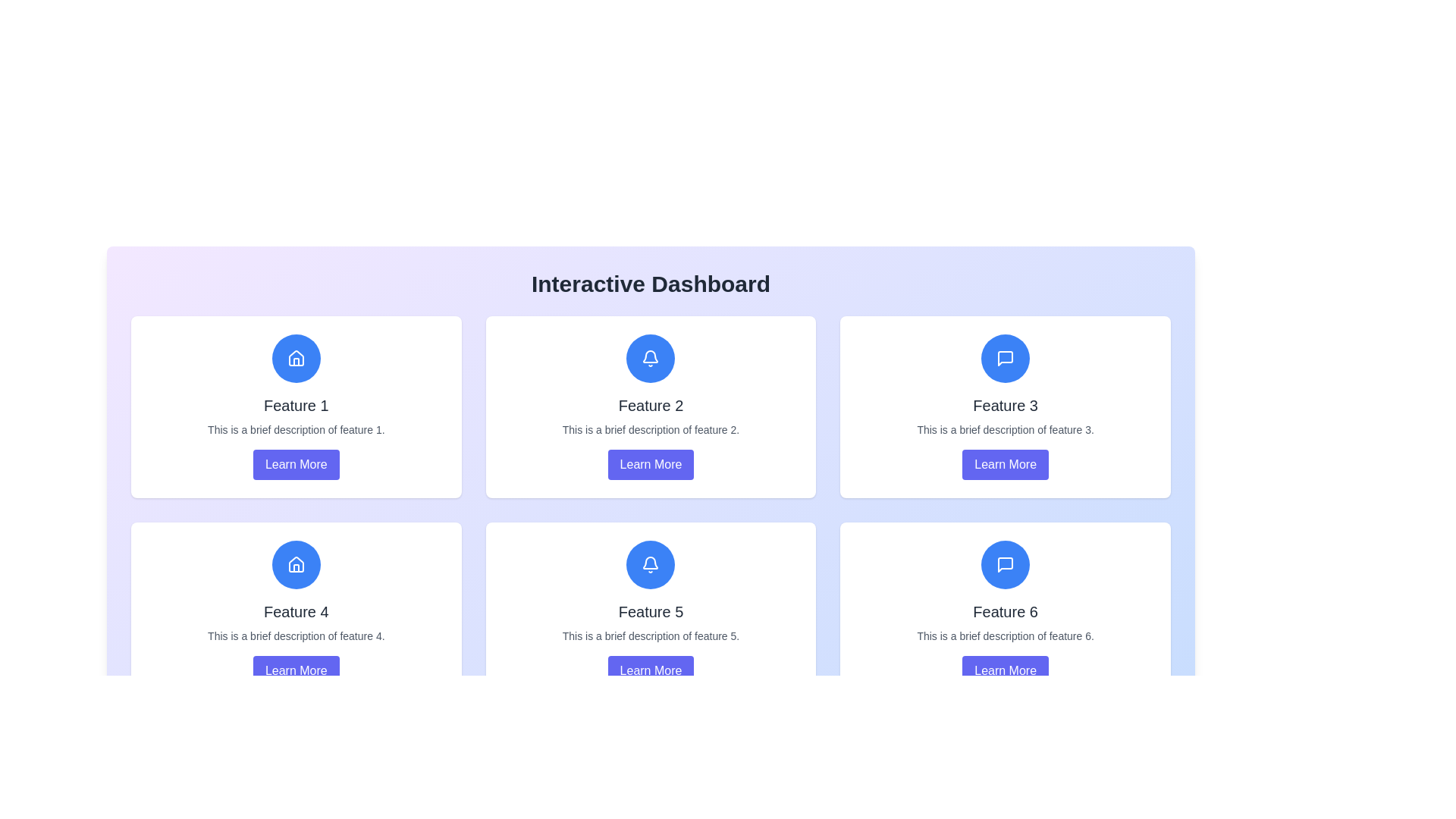  I want to click on the informational text about 'Feature 4' that is positioned below its title and above the 'Learn More' button, so click(296, 636).